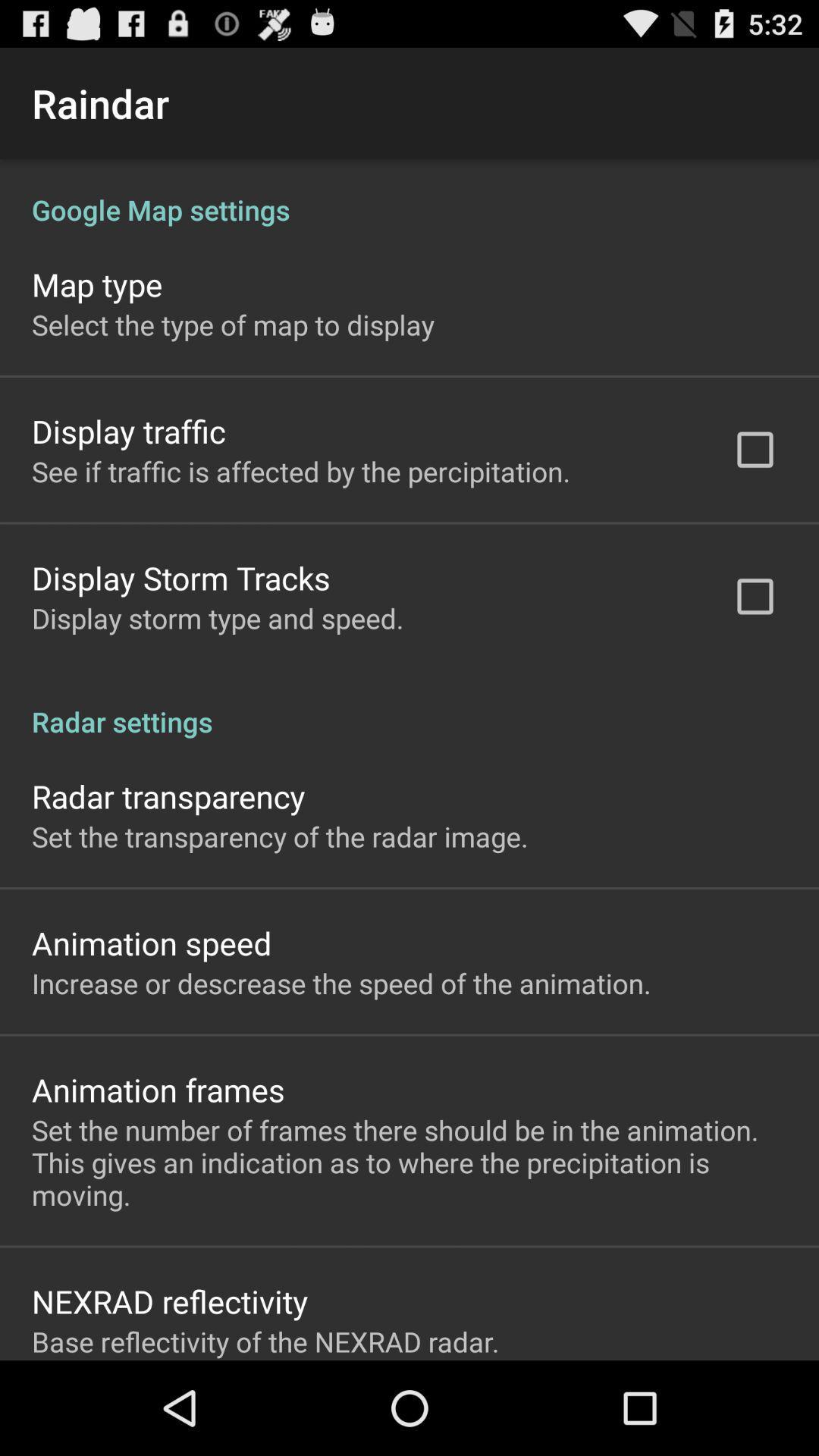 Image resolution: width=819 pixels, height=1456 pixels. Describe the element at coordinates (127, 430) in the screenshot. I see `item above see if traffic item` at that location.